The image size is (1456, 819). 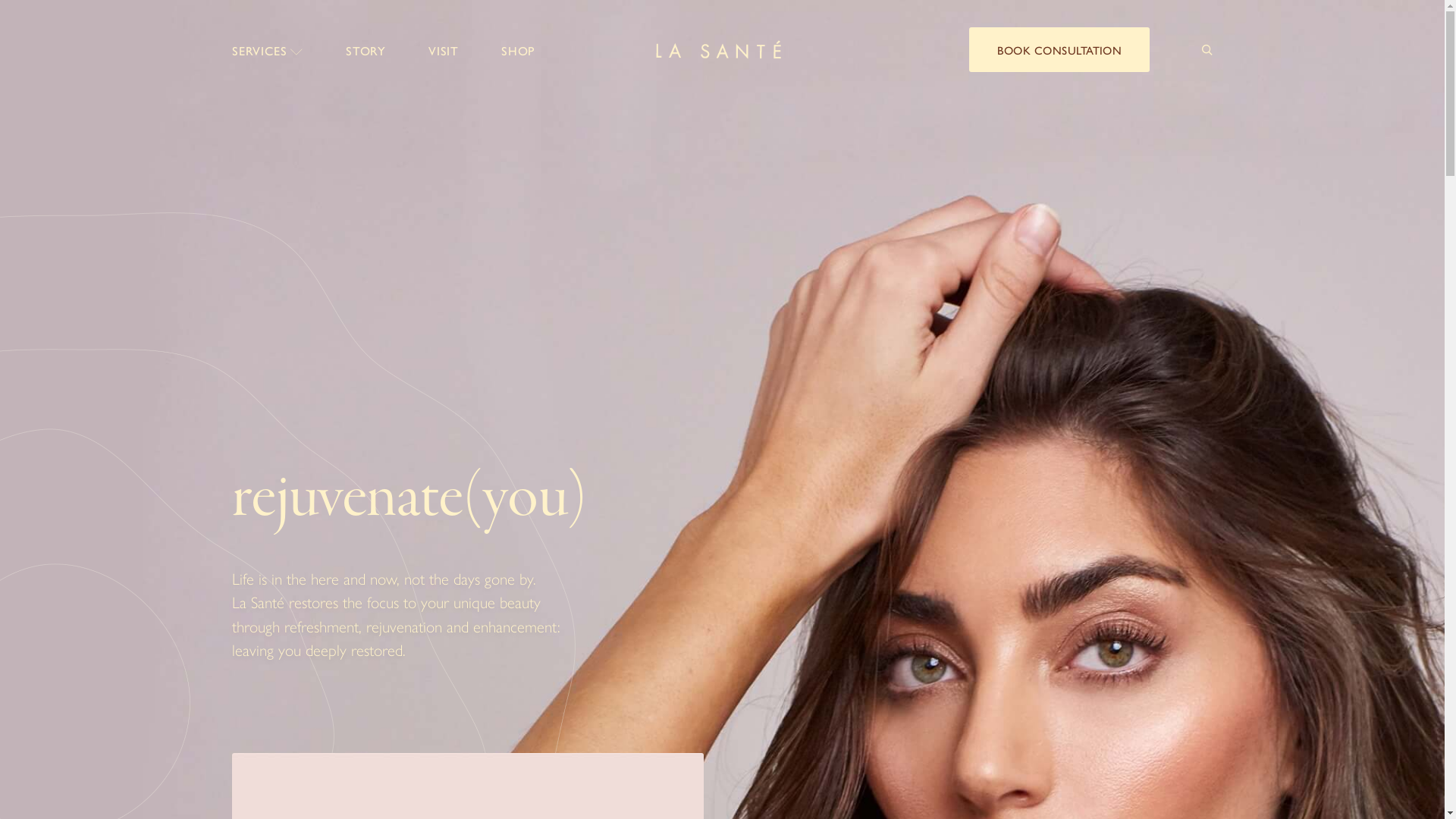 I want to click on 'BOOK CONSULTATION', so click(x=1058, y=49).